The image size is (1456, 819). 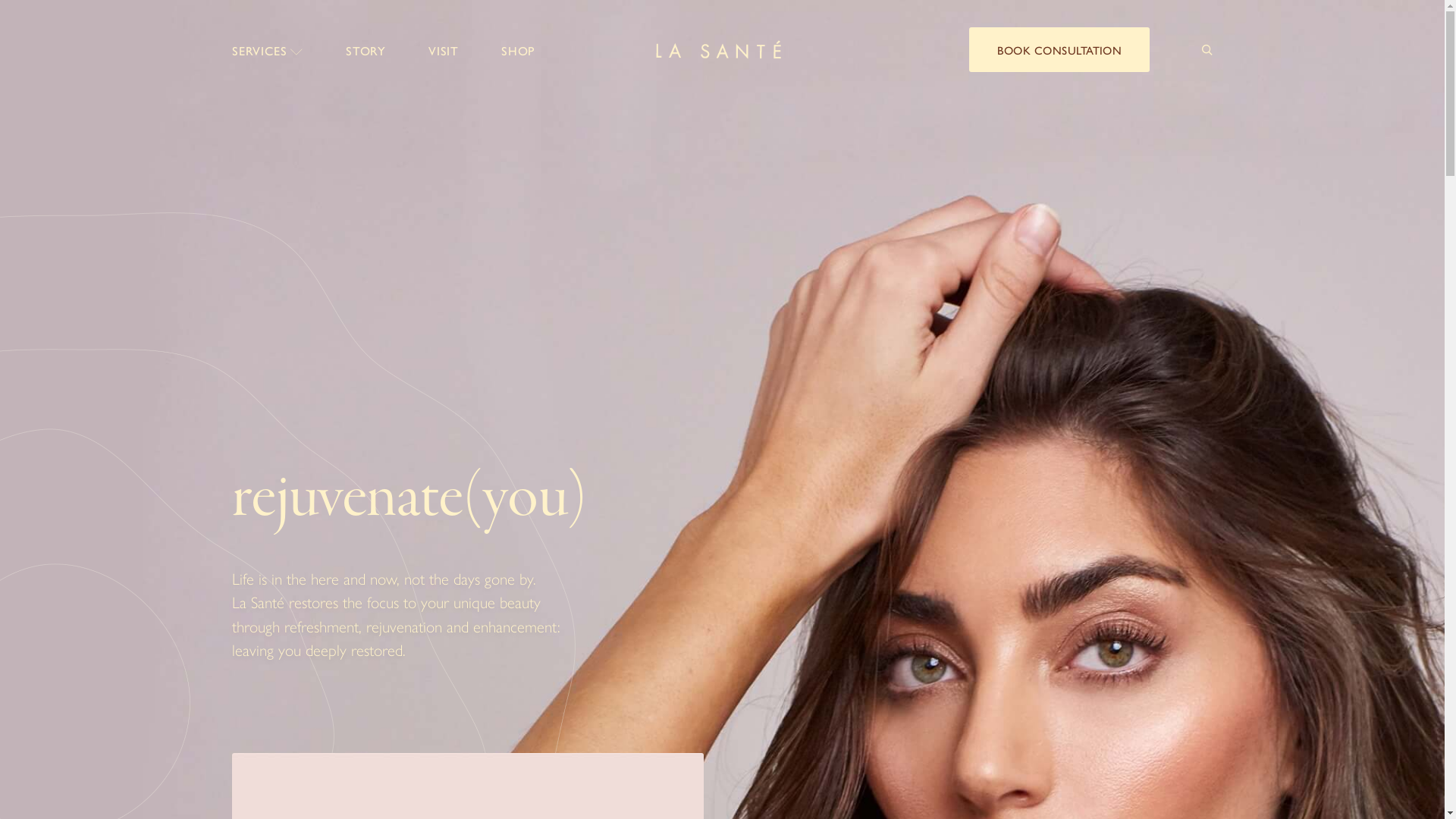 I want to click on 'BOOK CONSULTATION', so click(x=1058, y=49).